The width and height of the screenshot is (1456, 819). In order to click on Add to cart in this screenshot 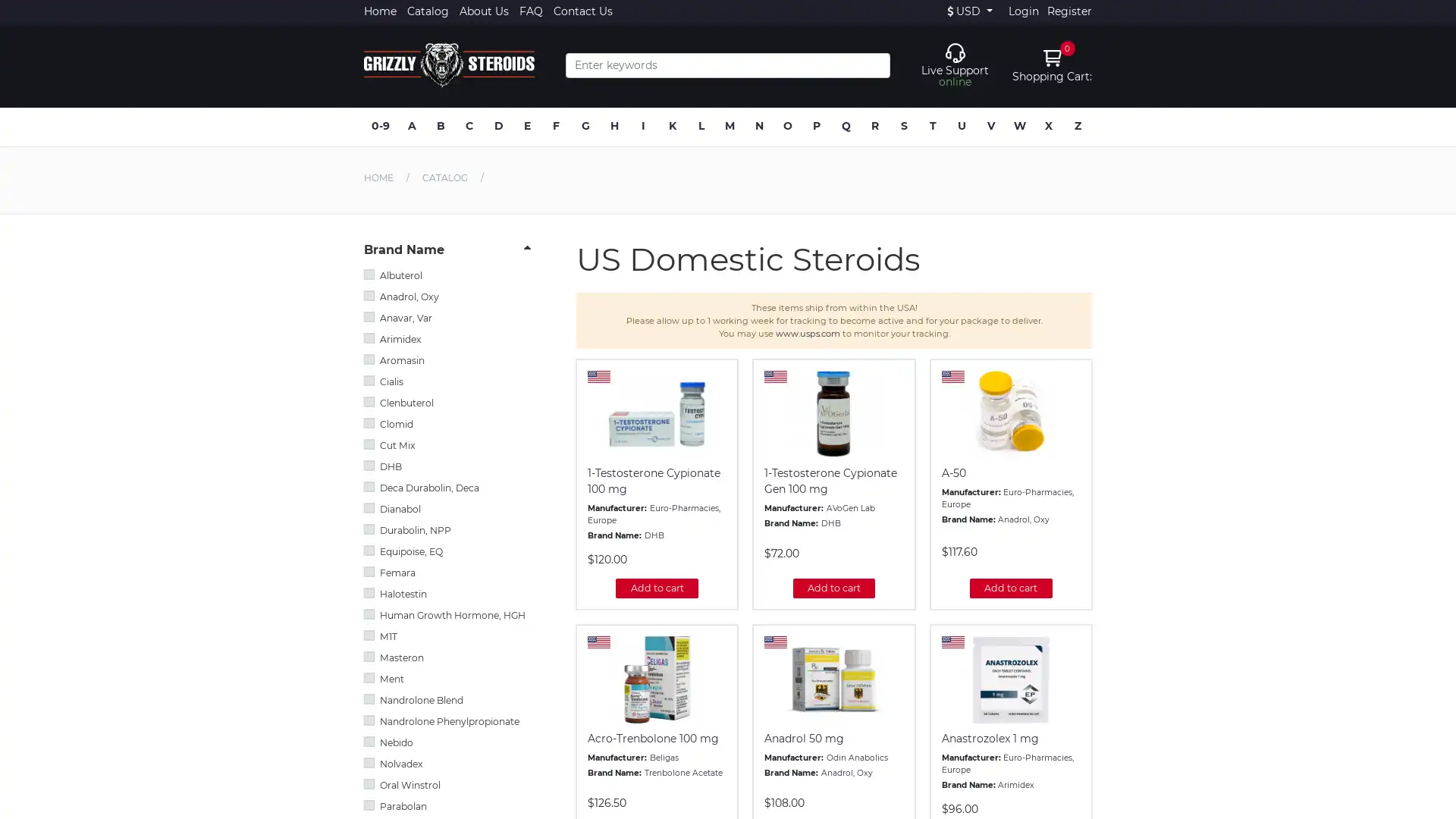, I will do `click(833, 587)`.